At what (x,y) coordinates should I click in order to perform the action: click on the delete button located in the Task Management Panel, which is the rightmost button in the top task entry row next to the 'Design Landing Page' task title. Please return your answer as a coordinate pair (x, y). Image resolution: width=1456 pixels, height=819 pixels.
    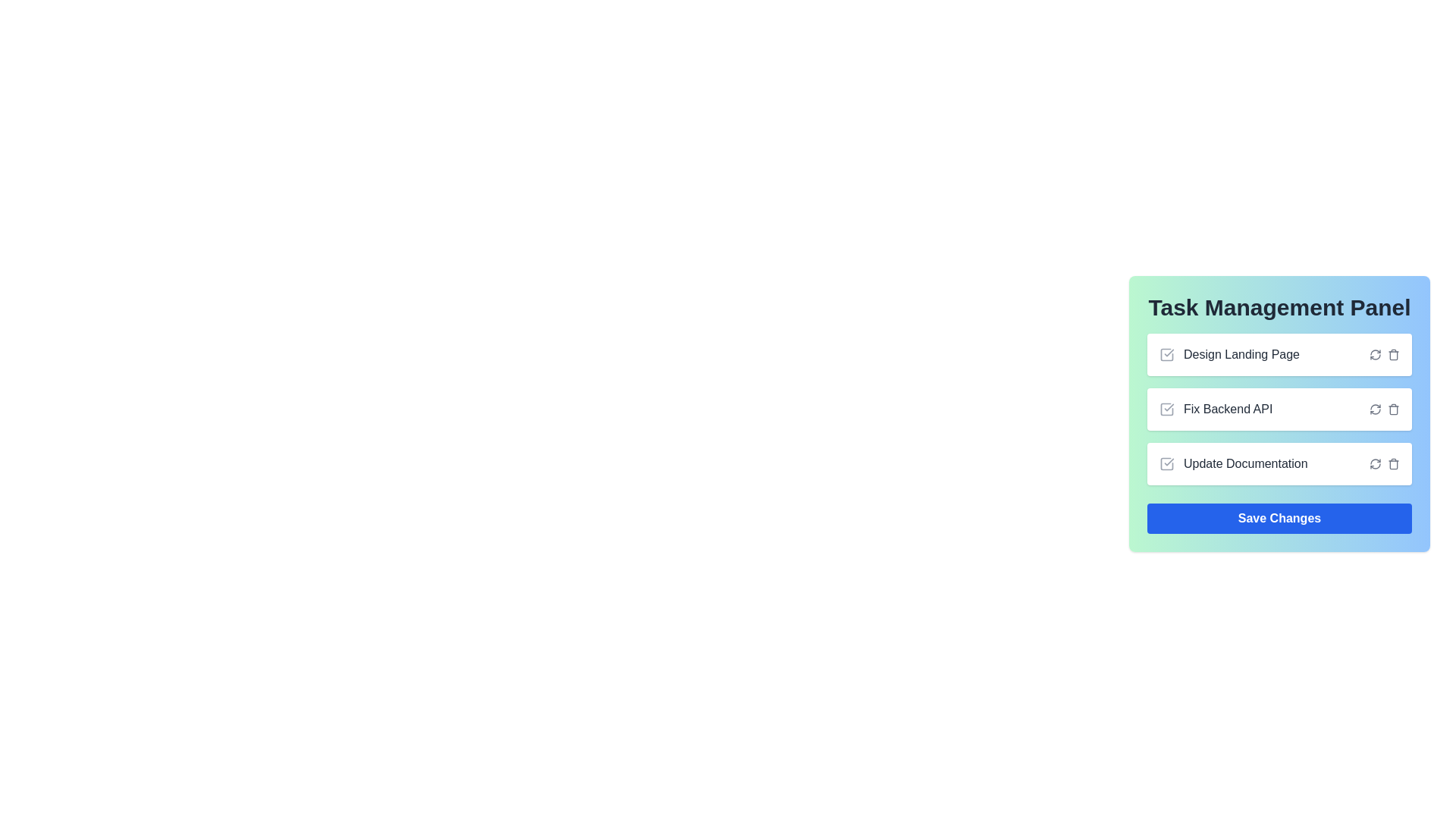
    Looking at the image, I should click on (1394, 354).